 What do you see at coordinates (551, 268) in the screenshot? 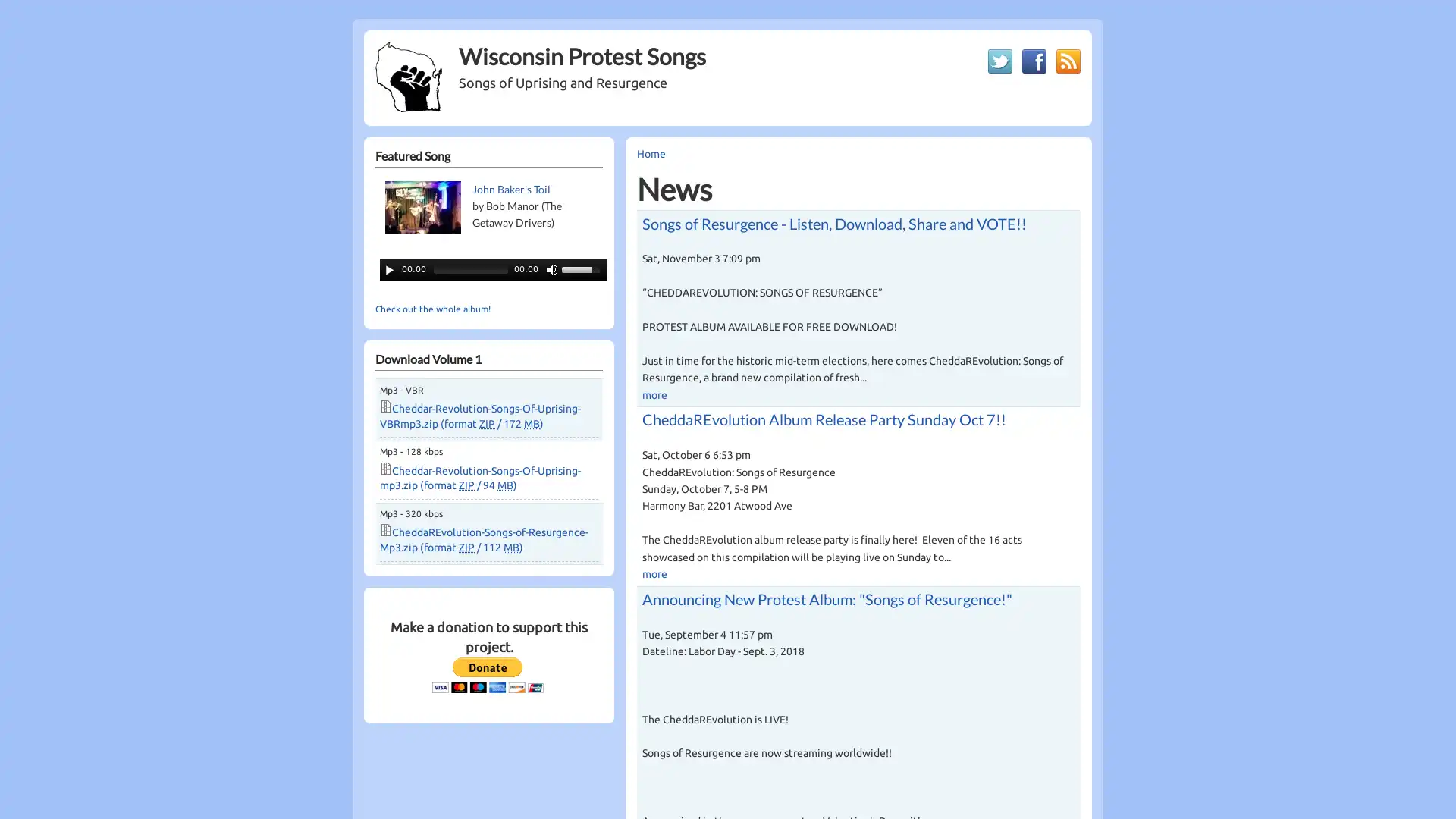
I see `Mute Toggle` at bounding box center [551, 268].